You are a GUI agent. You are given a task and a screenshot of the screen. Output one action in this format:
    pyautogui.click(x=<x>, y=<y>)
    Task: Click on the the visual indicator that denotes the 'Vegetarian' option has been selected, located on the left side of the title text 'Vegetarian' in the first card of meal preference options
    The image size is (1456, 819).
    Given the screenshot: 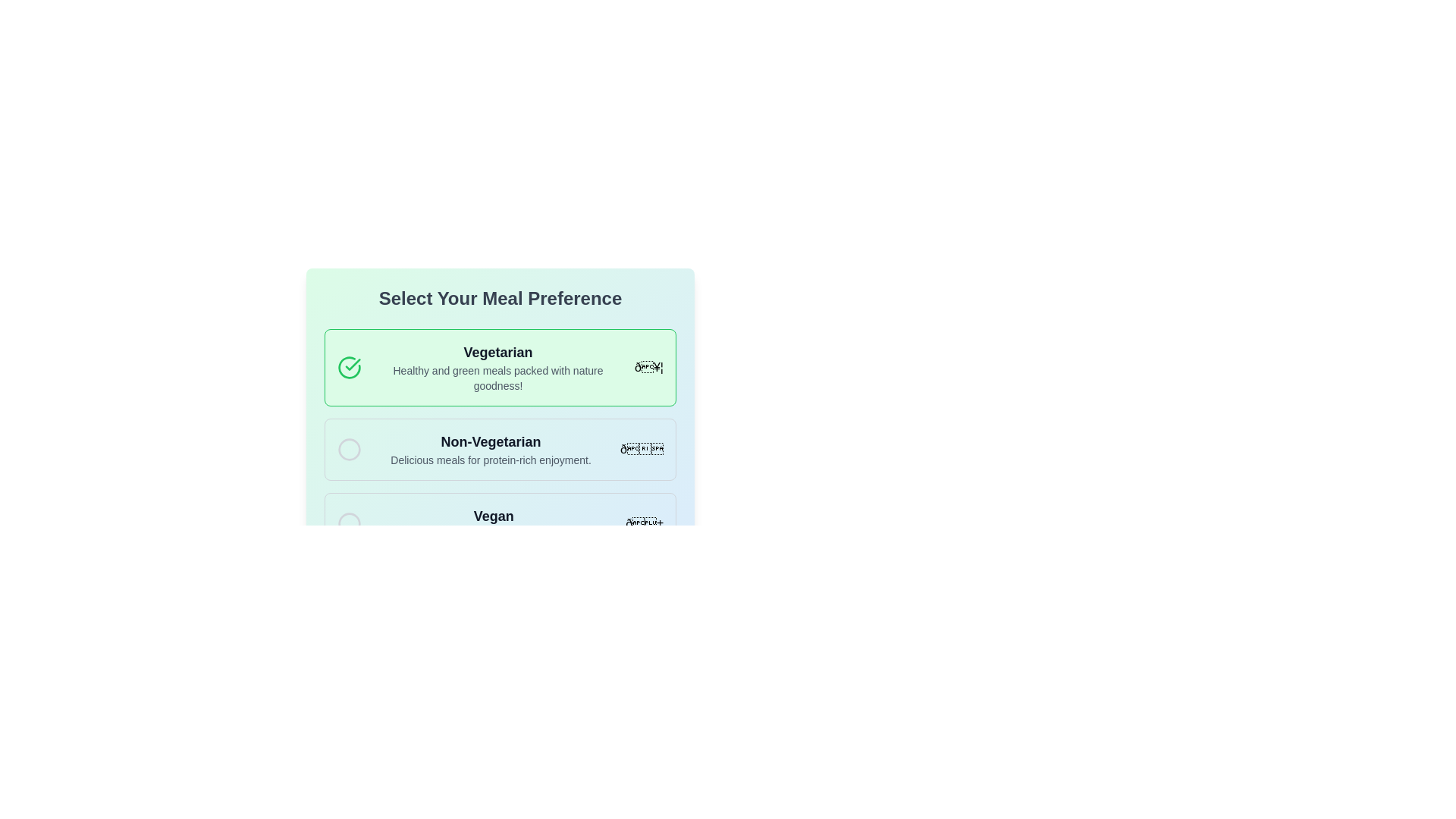 What is the action you would take?
    pyautogui.click(x=348, y=368)
    